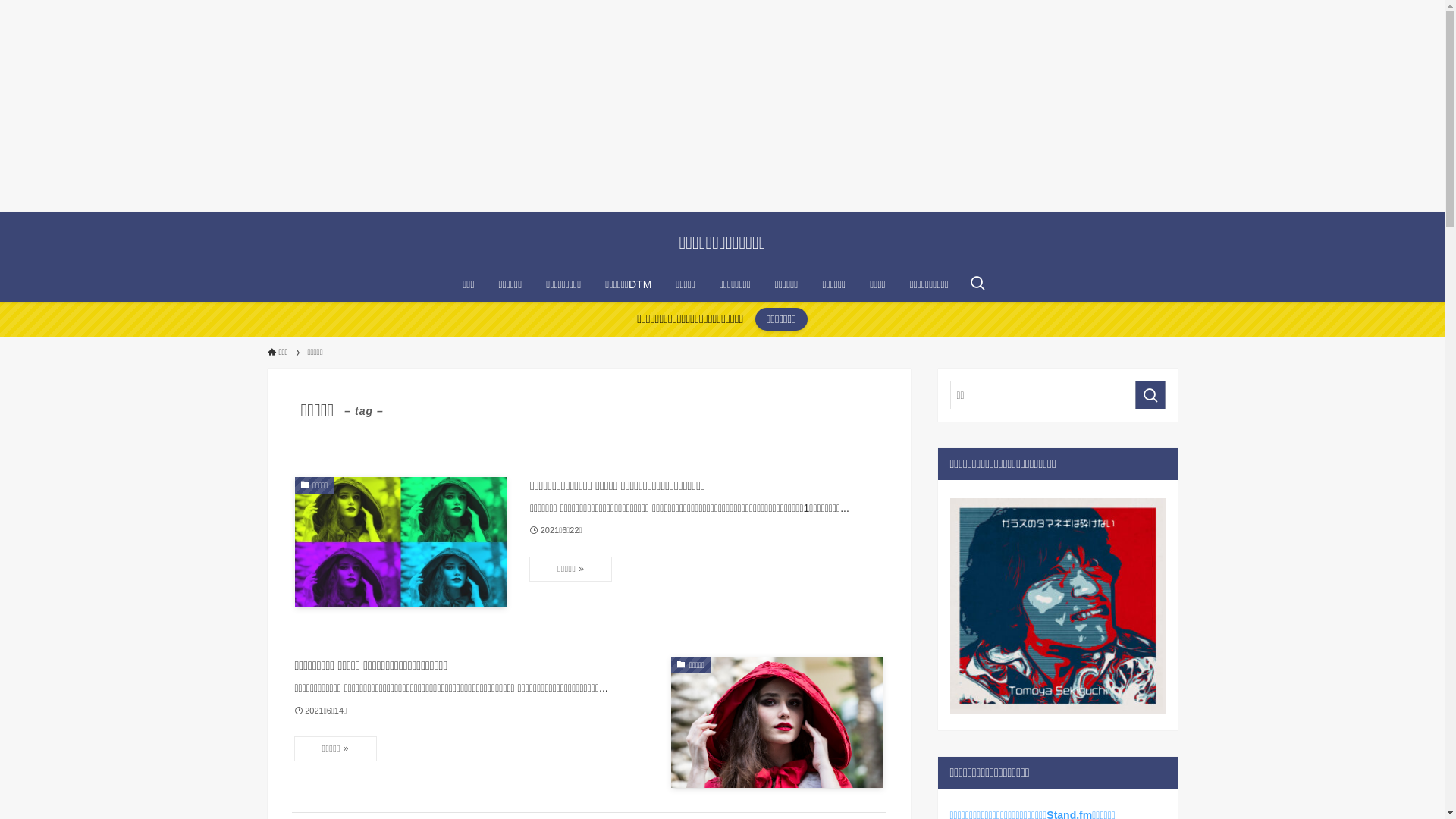  Describe the element at coordinates (0, 105) in the screenshot. I see `'Advertisement'` at that location.